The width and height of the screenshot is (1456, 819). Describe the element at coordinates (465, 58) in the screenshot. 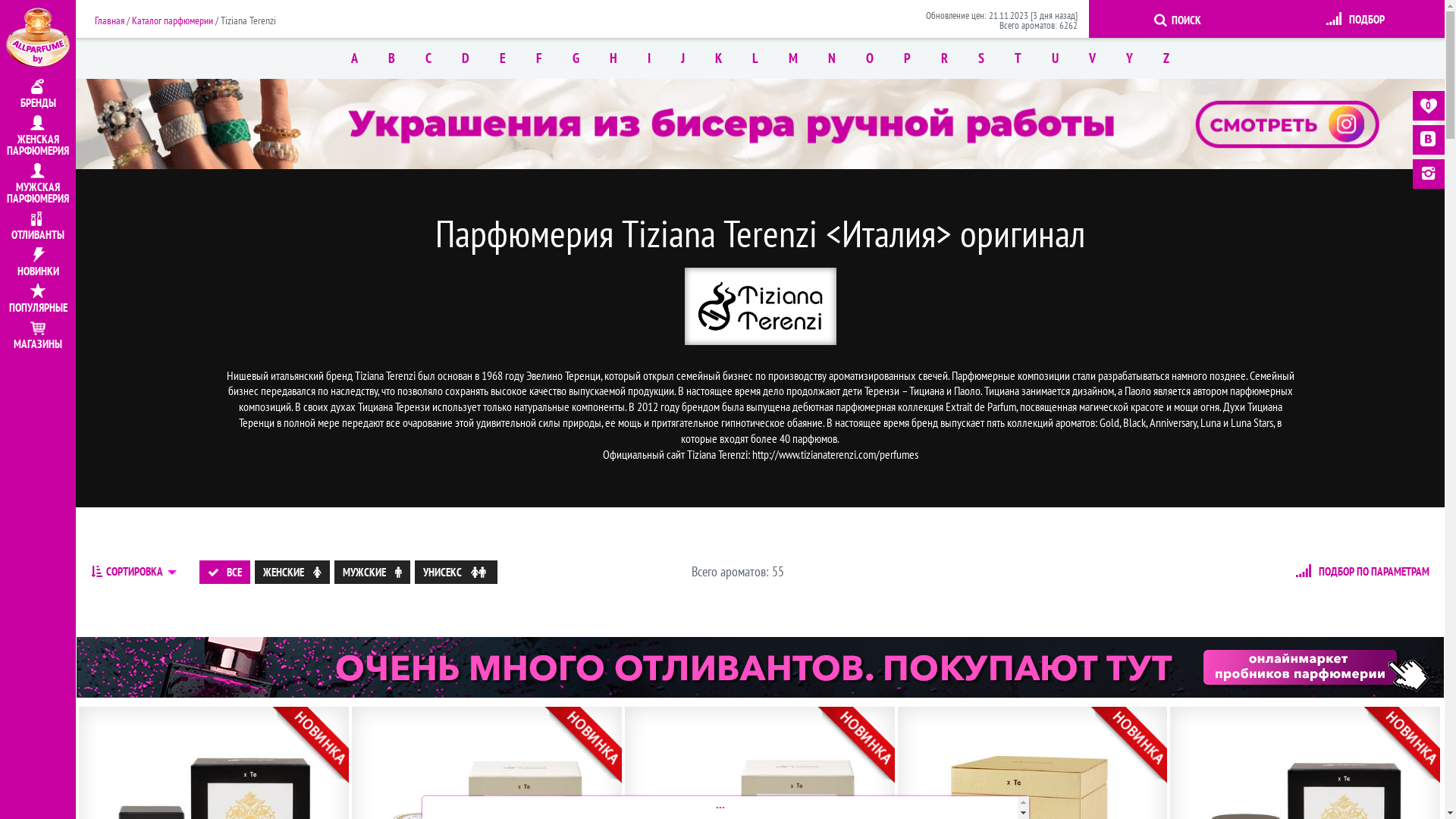

I see `'D'` at that location.